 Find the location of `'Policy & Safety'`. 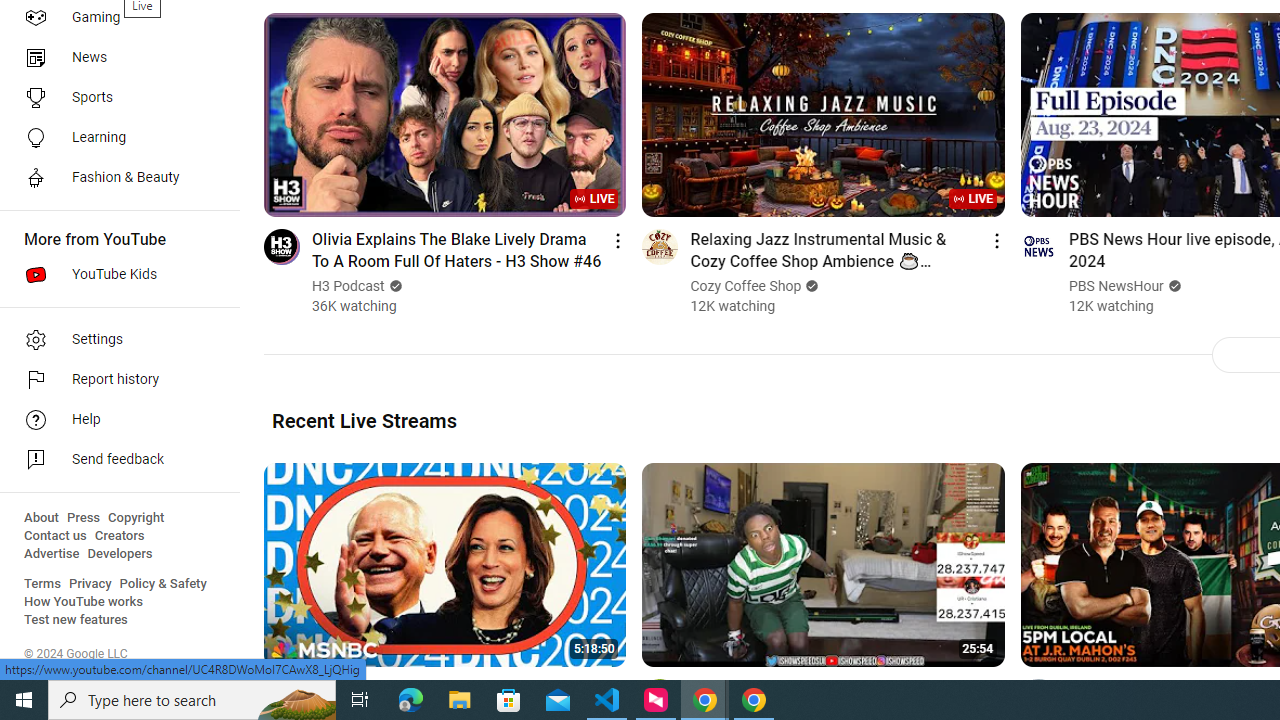

'Policy & Safety' is located at coordinates (163, 584).